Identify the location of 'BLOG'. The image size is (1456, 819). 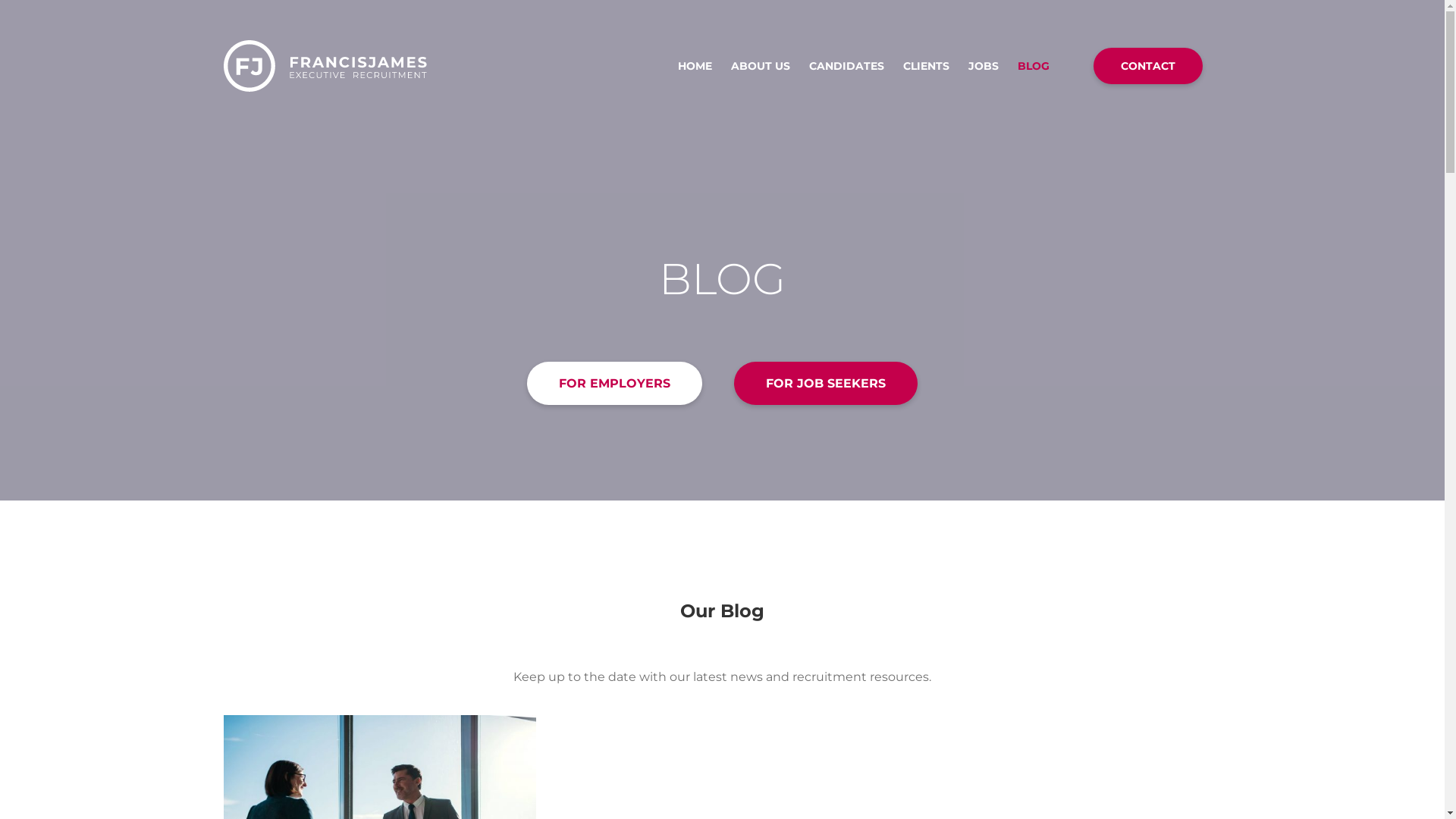
(1033, 65).